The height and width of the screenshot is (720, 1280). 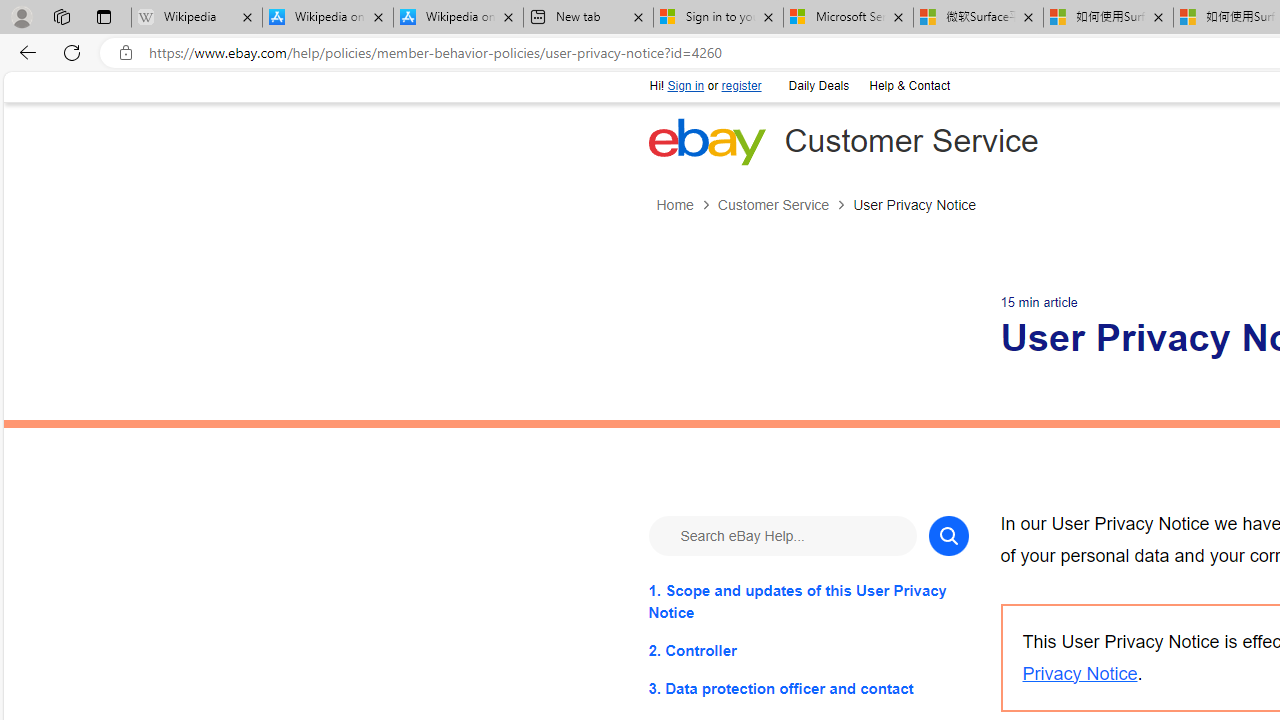 What do you see at coordinates (808, 687) in the screenshot?
I see `'3. Data protection officer and contact'` at bounding box center [808, 687].